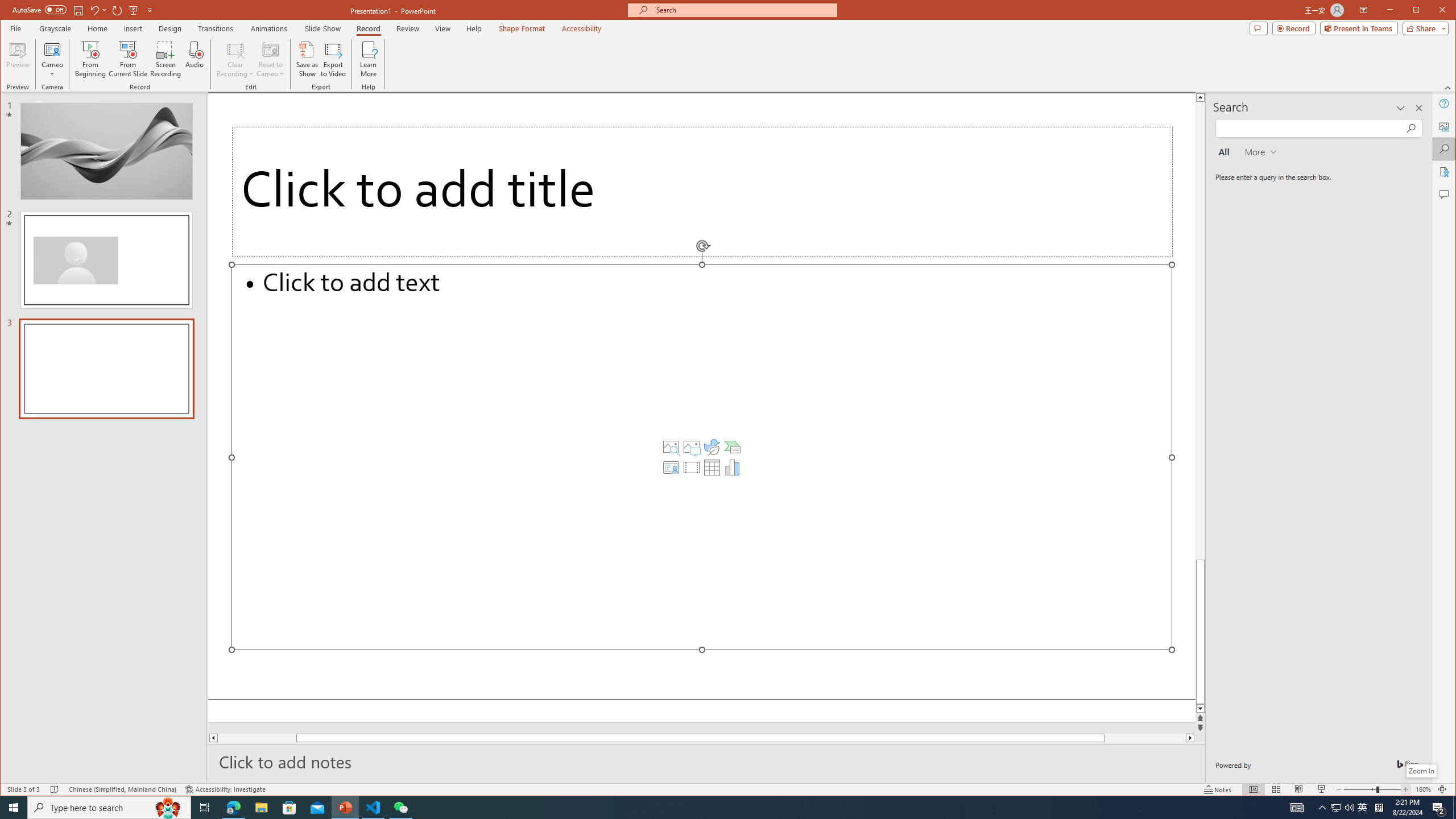 This screenshot has width=1456, height=819. Describe the element at coordinates (1423, 28) in the screenshot. I see `'Share'` at that location.